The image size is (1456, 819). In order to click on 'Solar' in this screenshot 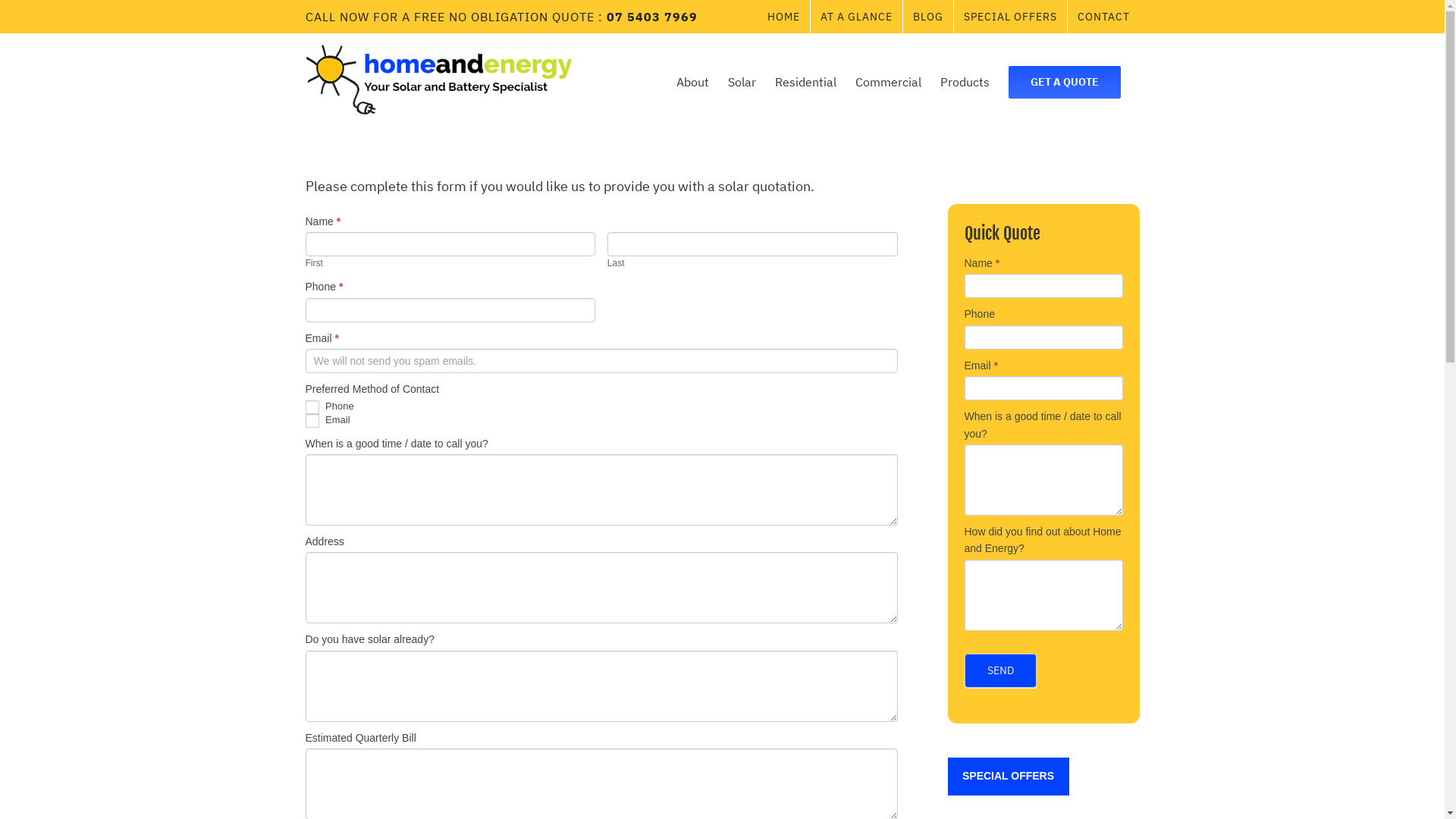, I will do `click(742, 82)`.